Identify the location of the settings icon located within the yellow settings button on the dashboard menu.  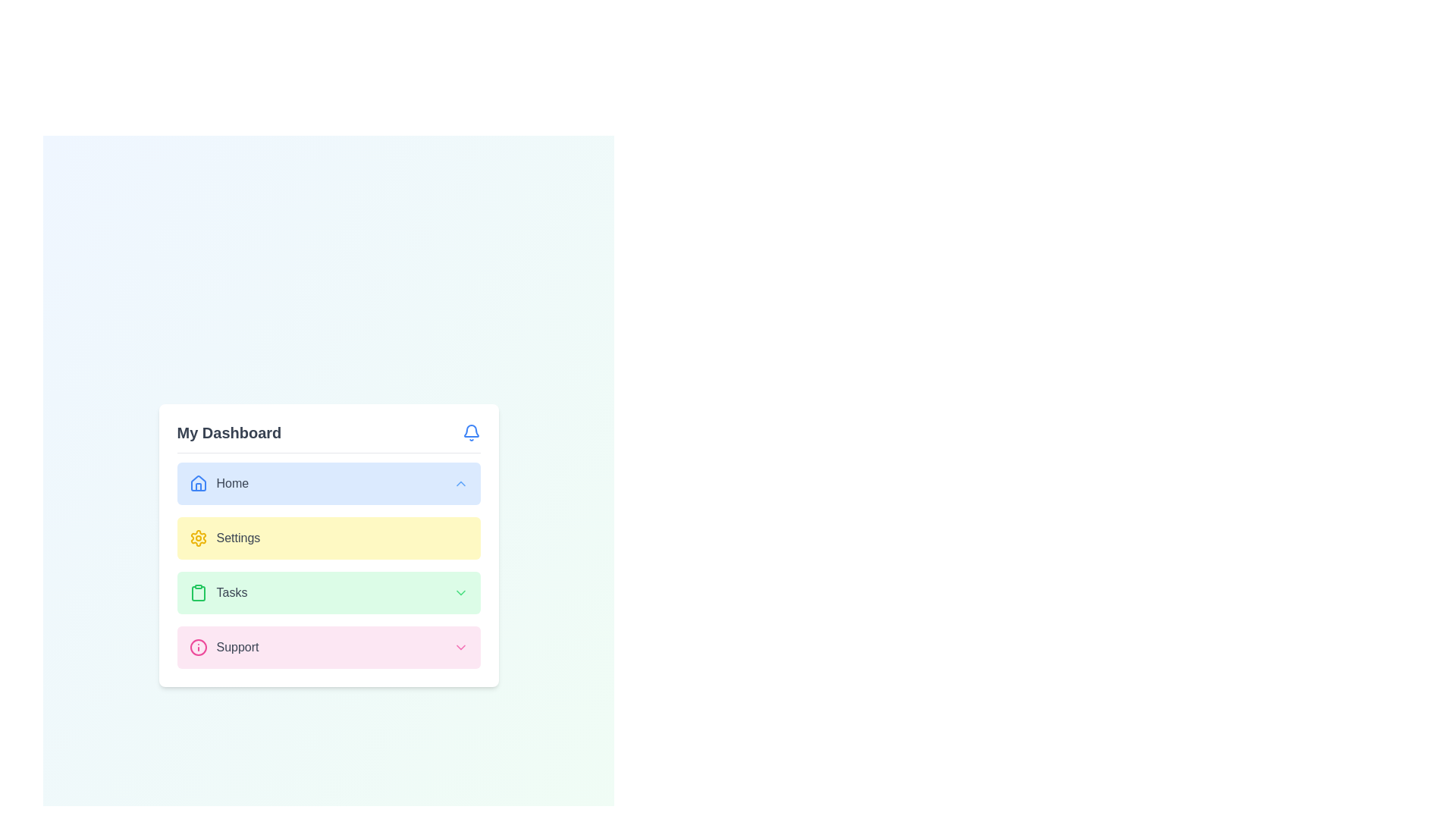
(197, 537).